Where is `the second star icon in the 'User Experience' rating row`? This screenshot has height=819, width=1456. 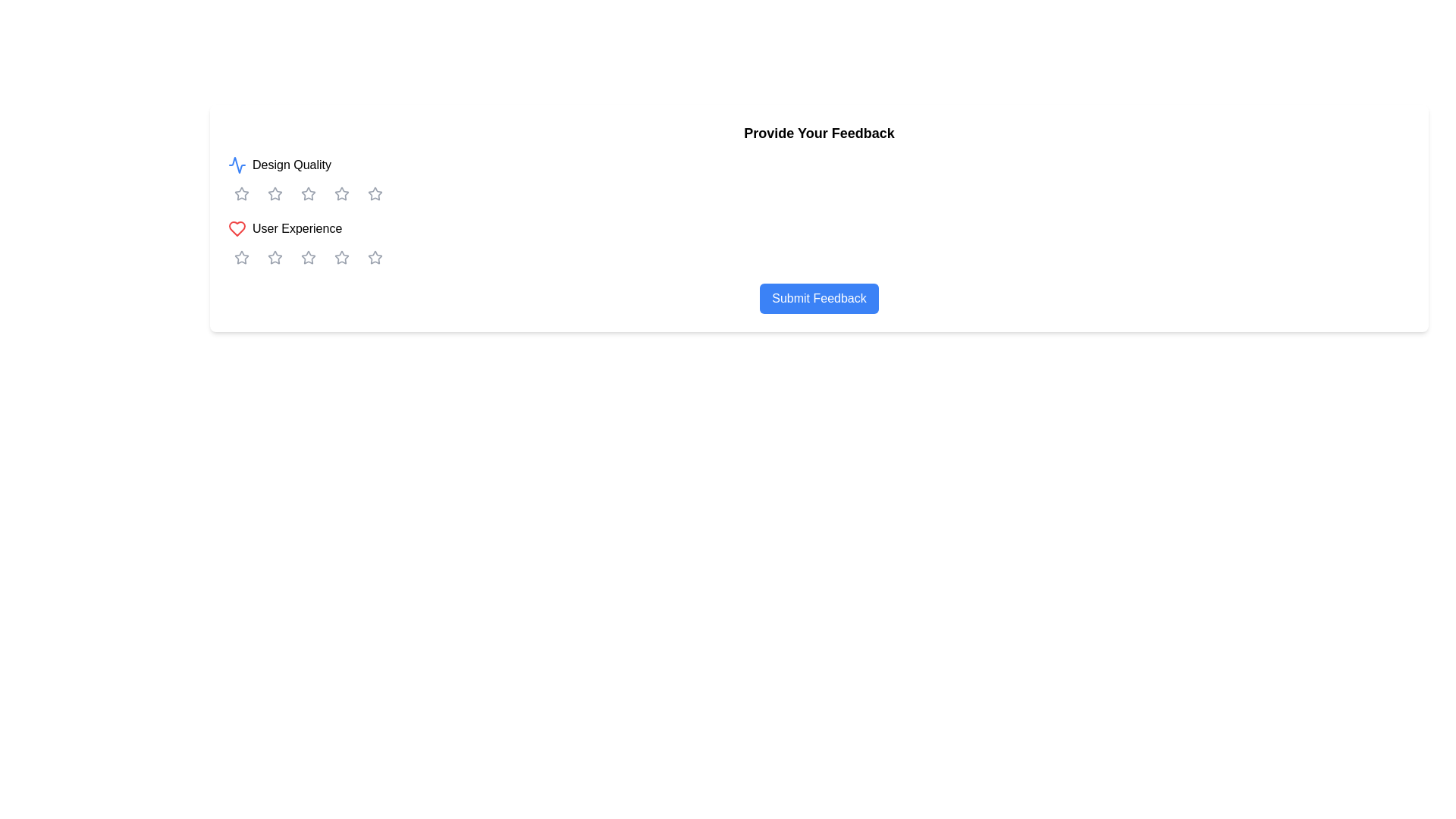
the second star icon in the 'User Experience' rating row is located at coordinates (275, 256).